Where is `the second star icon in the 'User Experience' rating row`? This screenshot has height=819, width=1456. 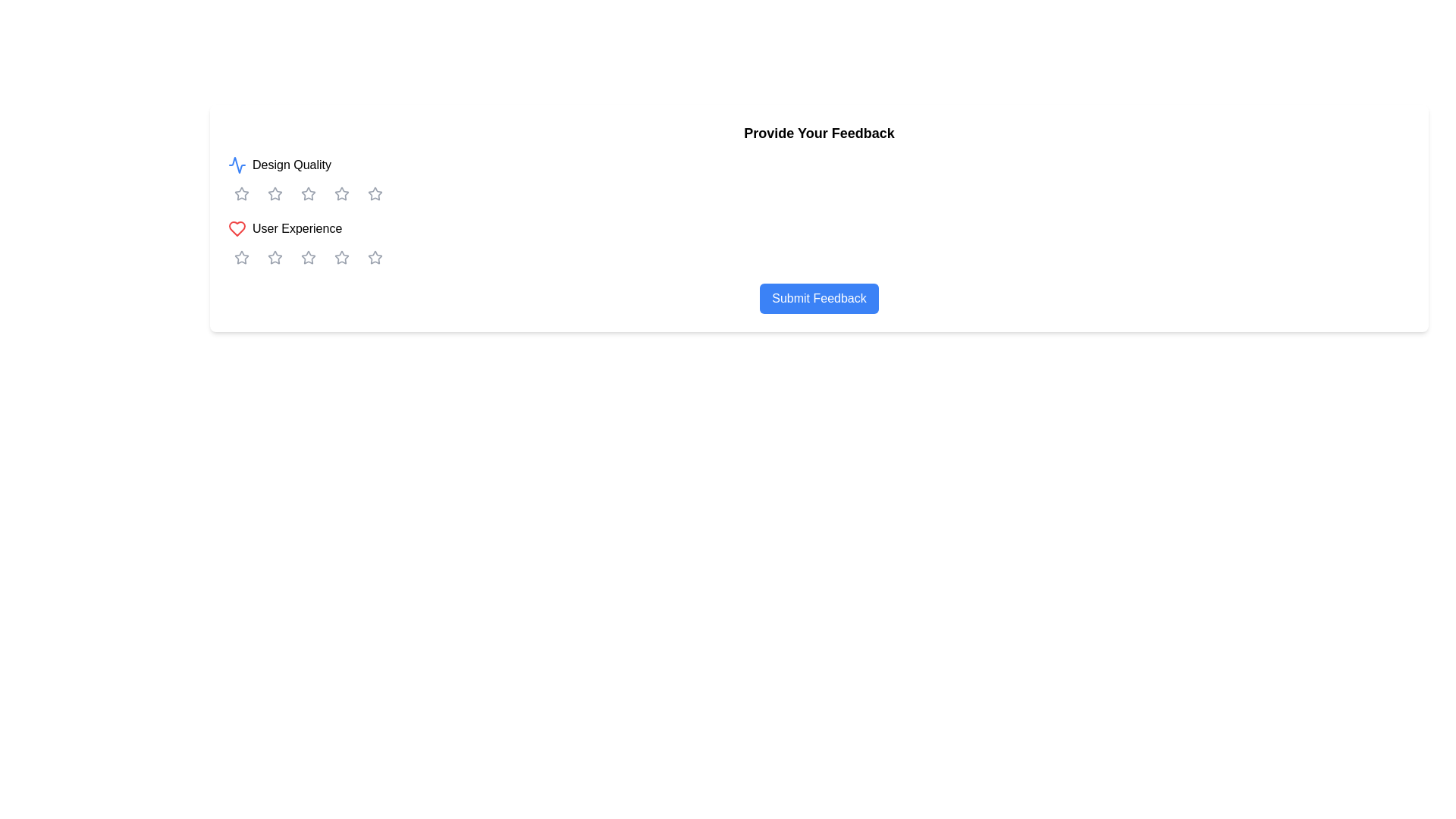
the second star icon in the 'User Experience' rating row is located at coordinates (275, 256).